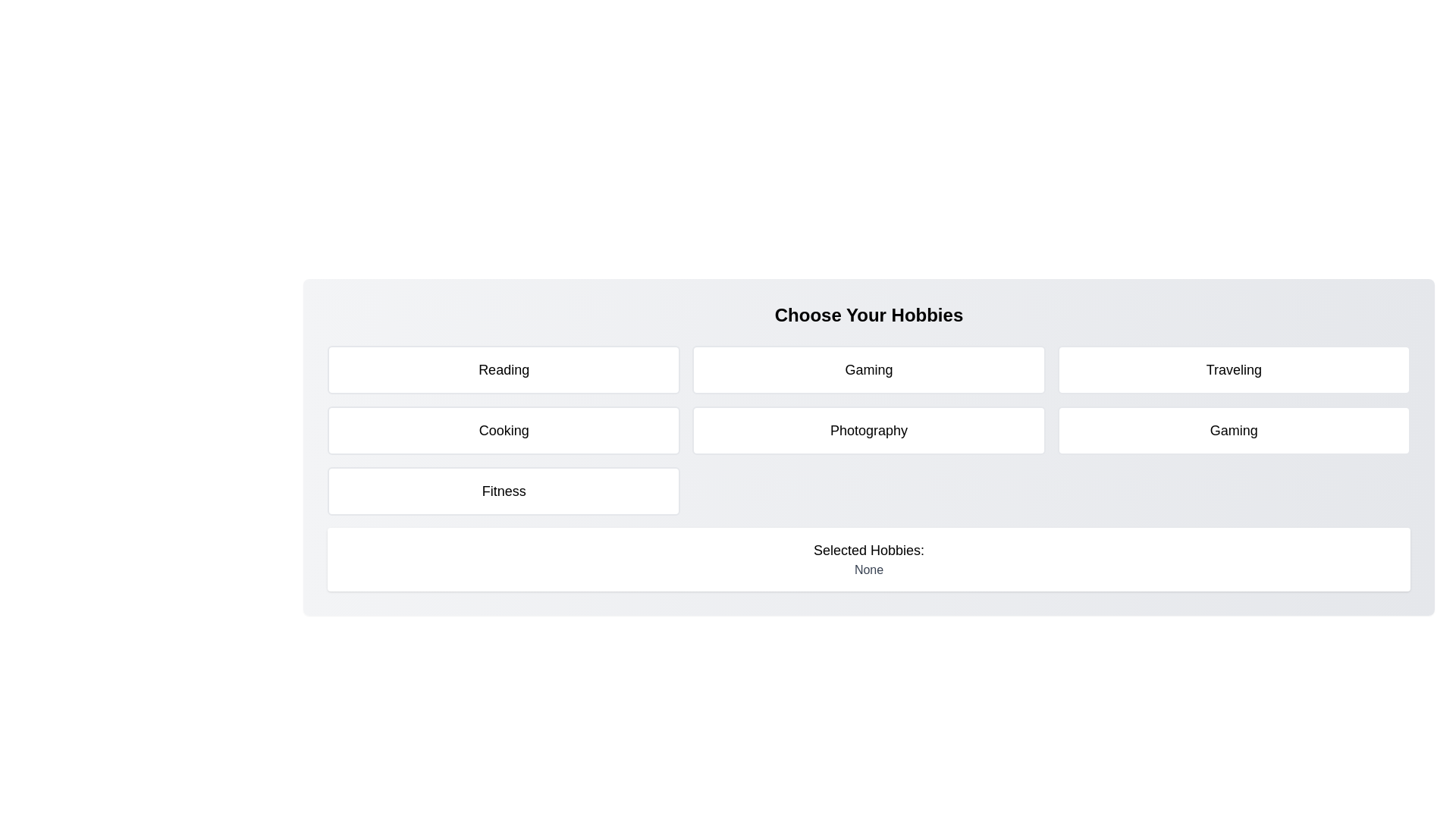 This screenshot has width=1456, height=819. What do you see at coordinates (504, 370) in the screenshot?
I see `the tile representing the hobby Reading to toggle its selection` at bounding box center [504, 370].